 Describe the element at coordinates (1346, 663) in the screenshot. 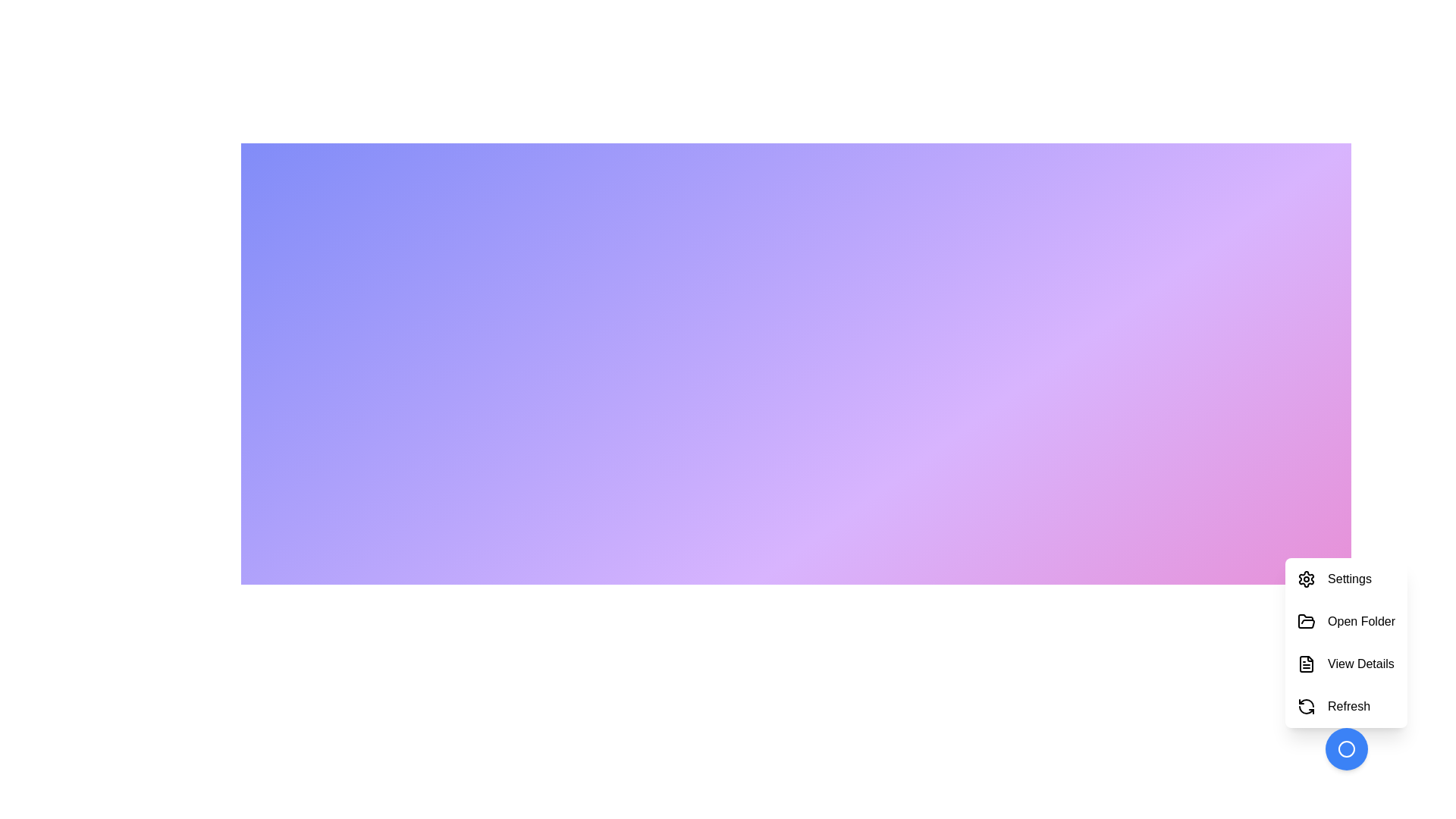

I see `the menu item labeled View Details` at that location.